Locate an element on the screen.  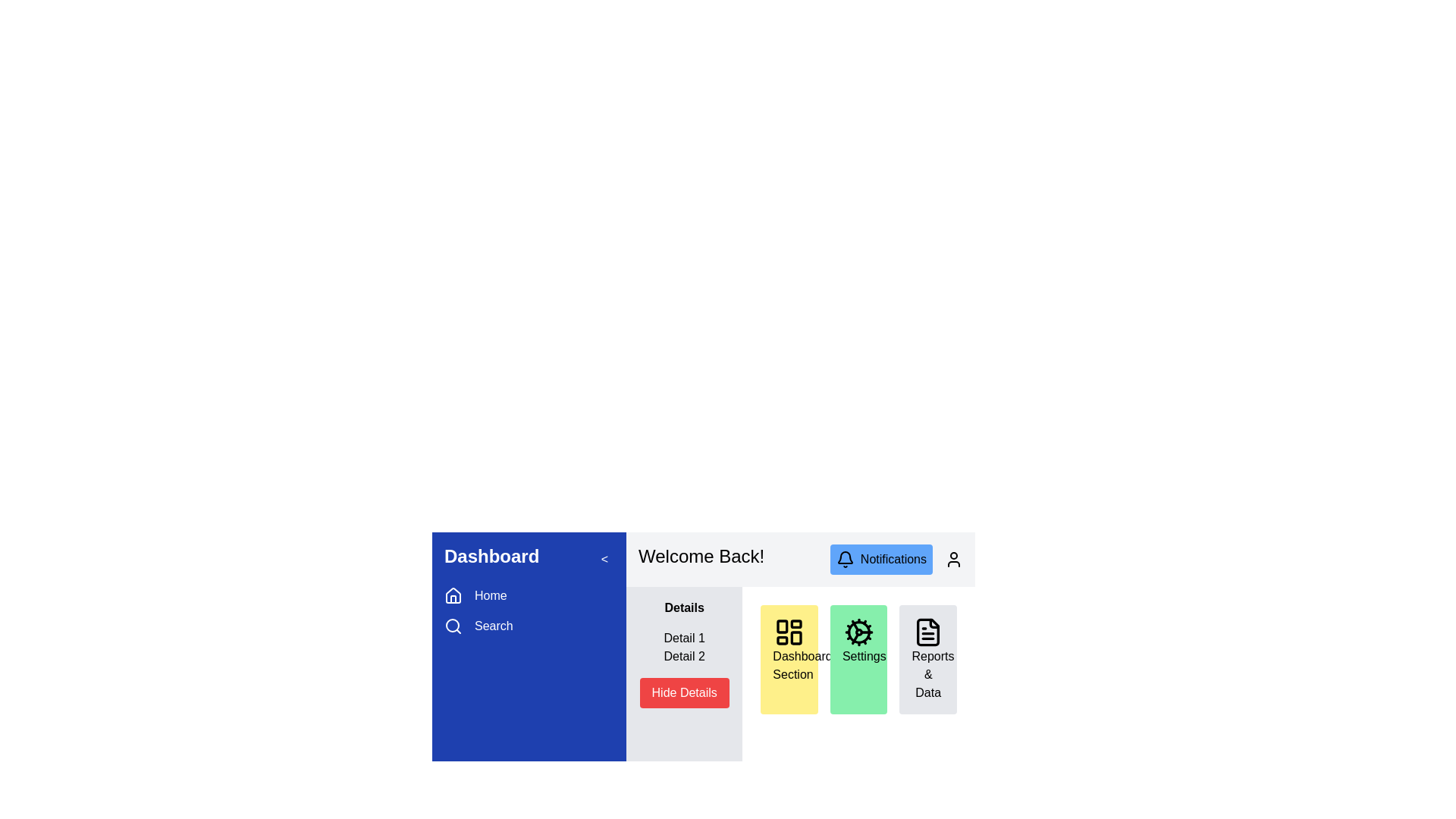
the text display component labeled 'Detail 2', which is styled in black font and aligned to the left with a light gray background, located in the second row of the 'Details' section is located at coordinates (683, 656).